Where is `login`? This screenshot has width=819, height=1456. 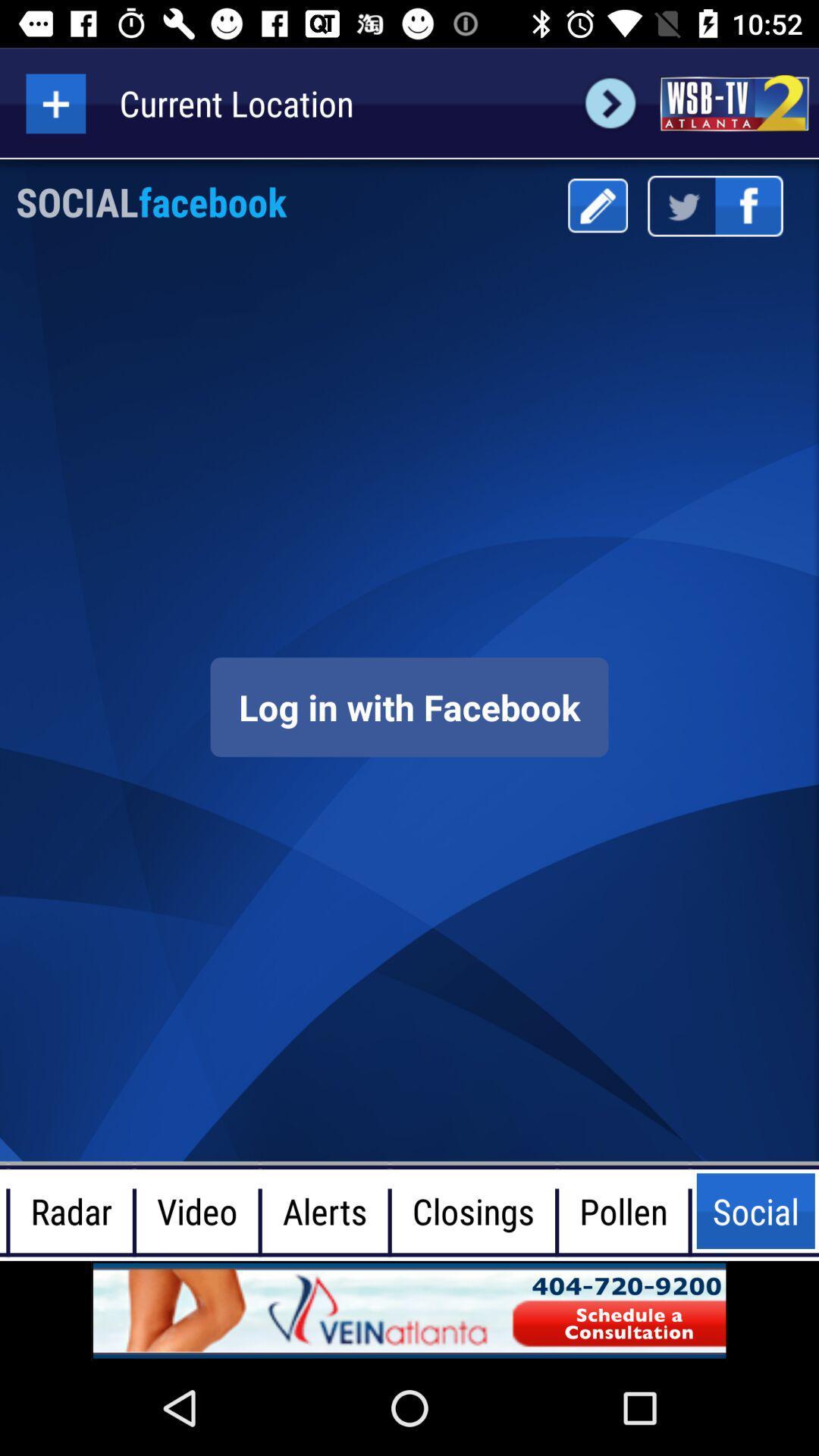 login is located at coordinates (409, 706).